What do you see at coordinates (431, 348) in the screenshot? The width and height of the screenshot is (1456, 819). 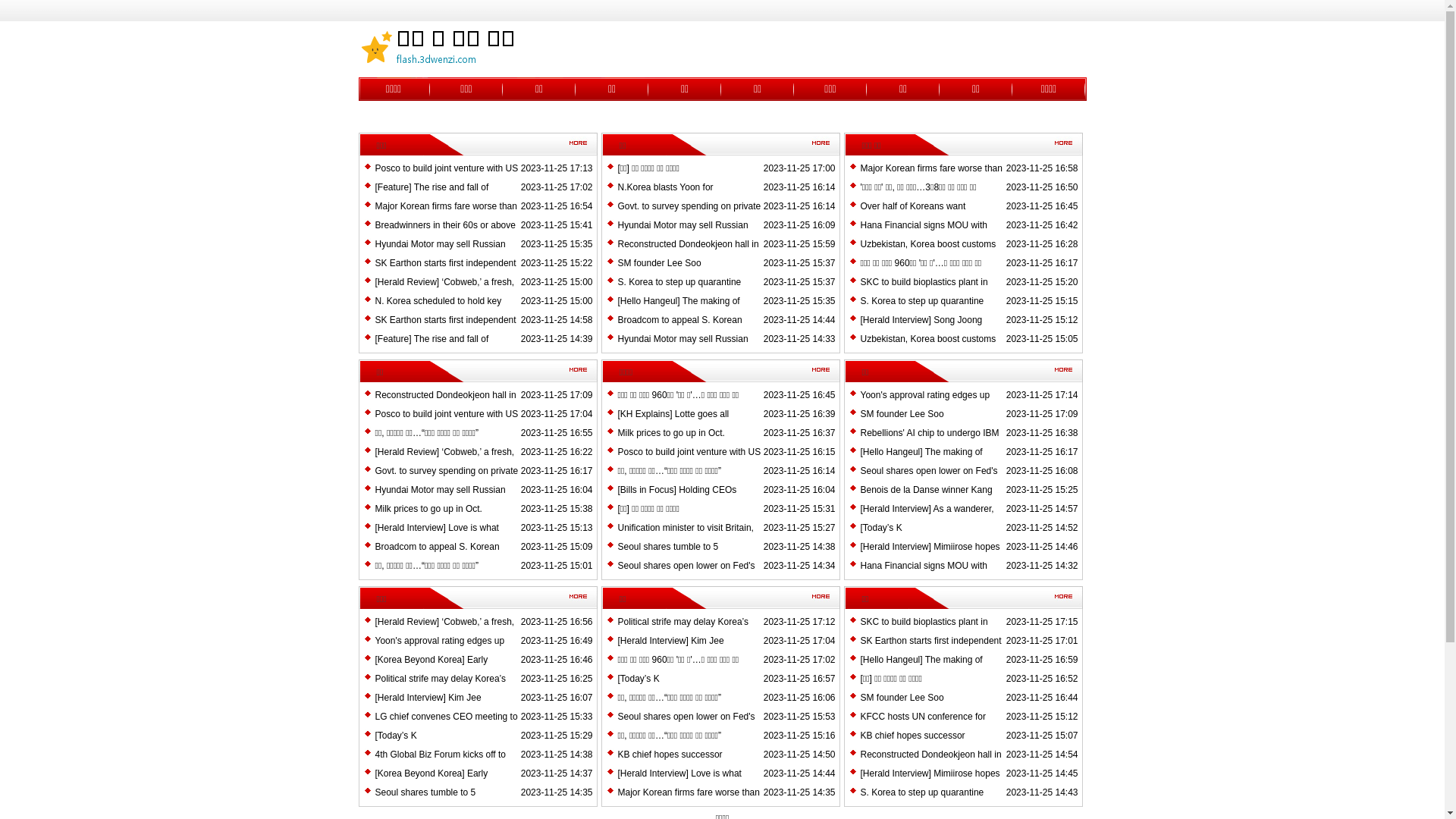 I see `'[Feature] The rise and fall of terrestrial TV dramas'` at bounding box center [431, 348].